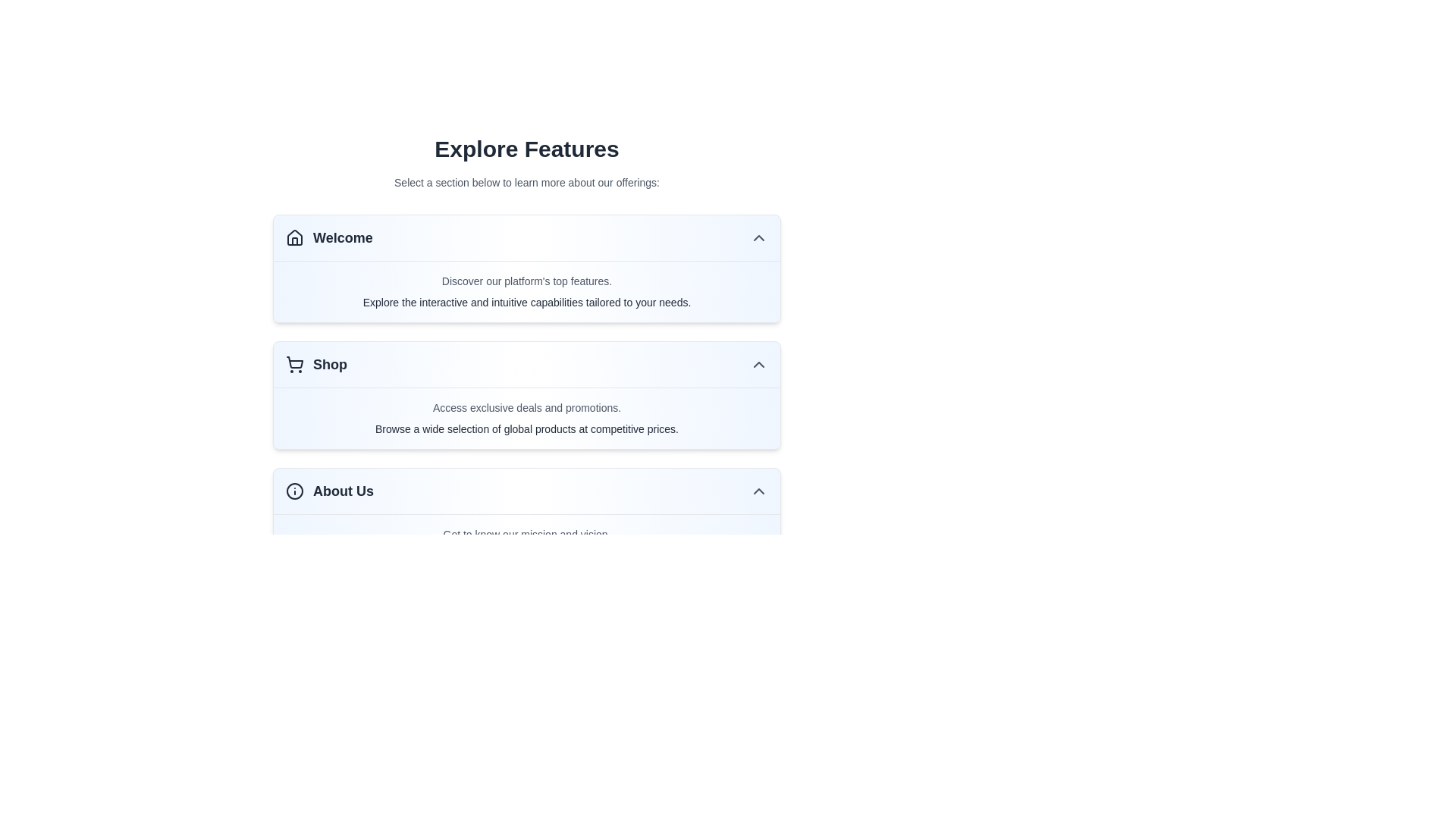 This screenshot has height=819, width=1456. Describe the element at coordinates (315, 365) in the screenshot. I see `the shopping cart icon and 'Shop' label element located below the 'Welcome' section and above the 'About Us' section` at that location.